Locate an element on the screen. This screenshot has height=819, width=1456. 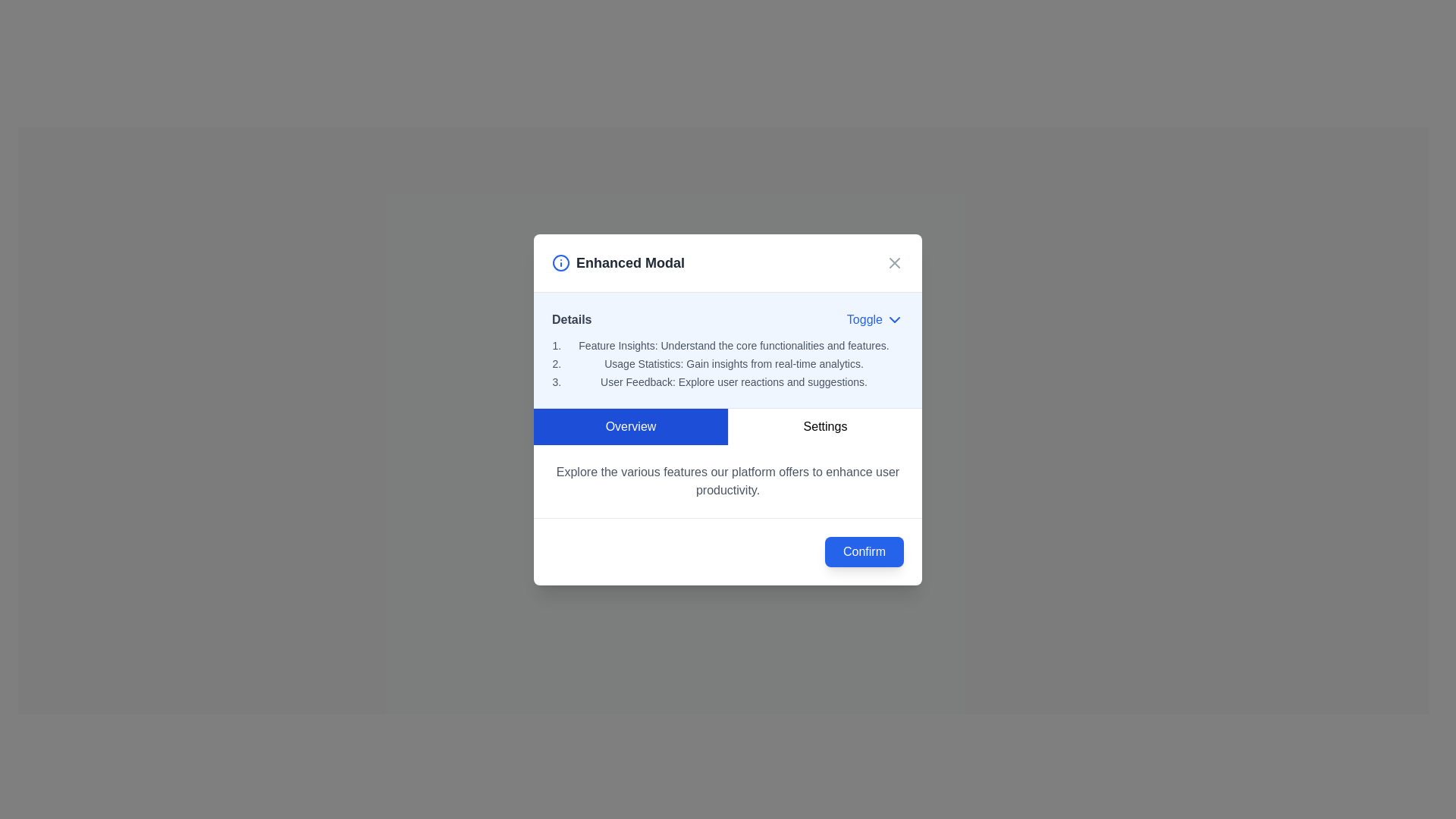
the 'Settings' button, which is a rectangular button with centered black text on a white background, located in the lower section of the modal interface is located at coordinates (824, 426).